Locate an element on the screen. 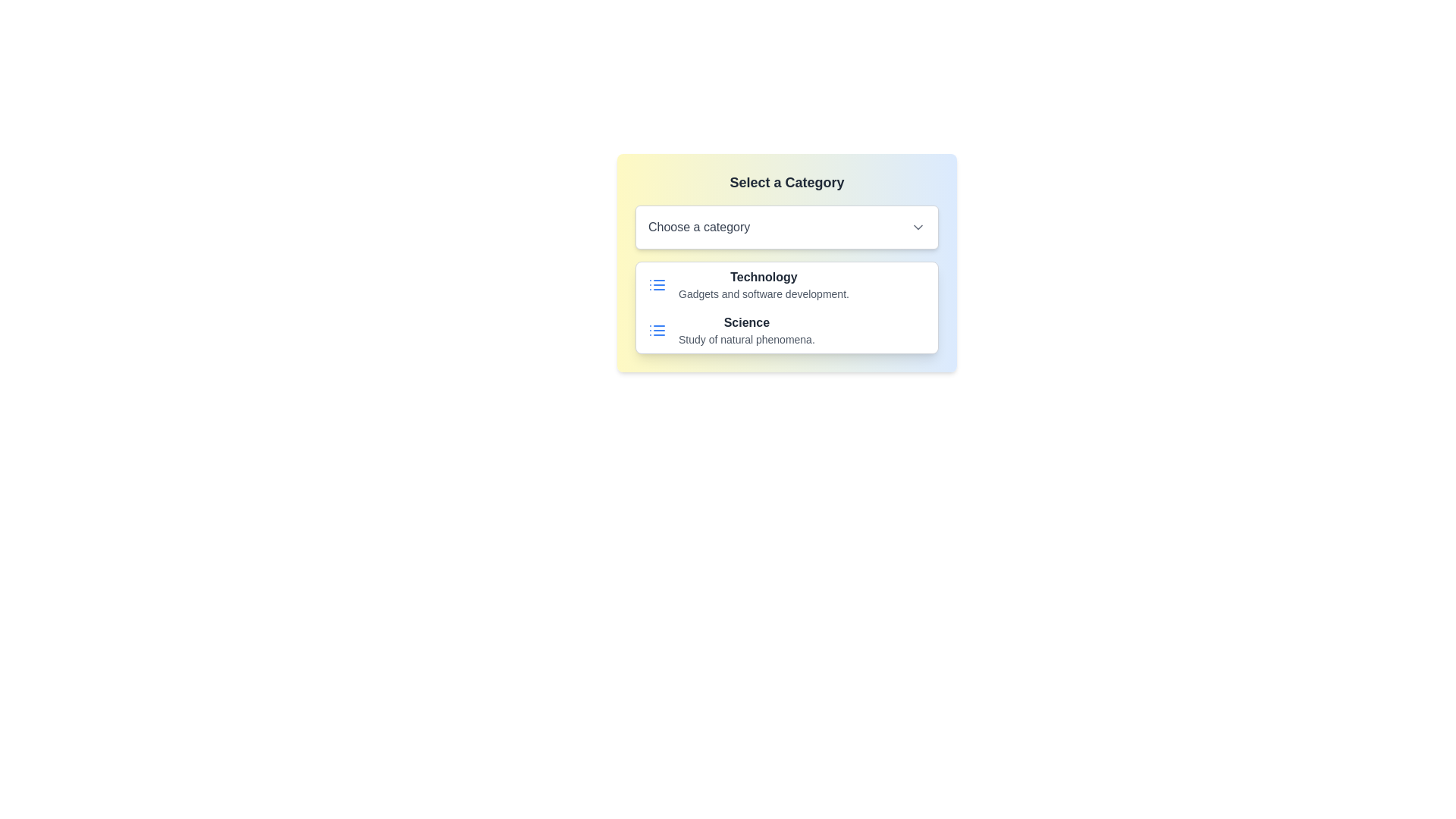 This screenshot has width=1456, height=819. the placeholder text in the dropdown menu that prompts users to select a category, which is centered horizontally and vertically aligned with the chevron icon is located at coordinates (698, 227).